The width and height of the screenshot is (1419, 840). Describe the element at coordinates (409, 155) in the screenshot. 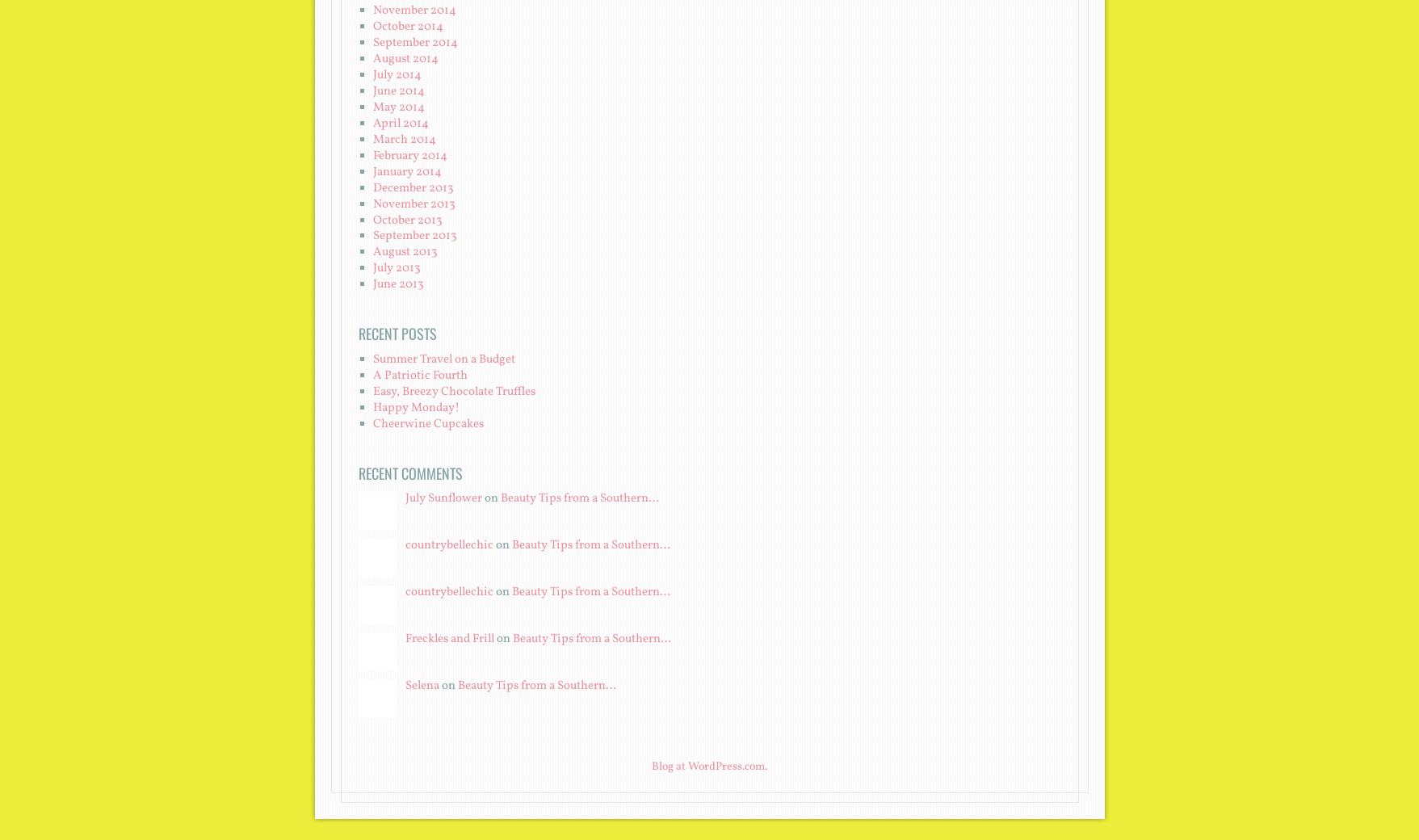

I see `'February 2014'` at that location.